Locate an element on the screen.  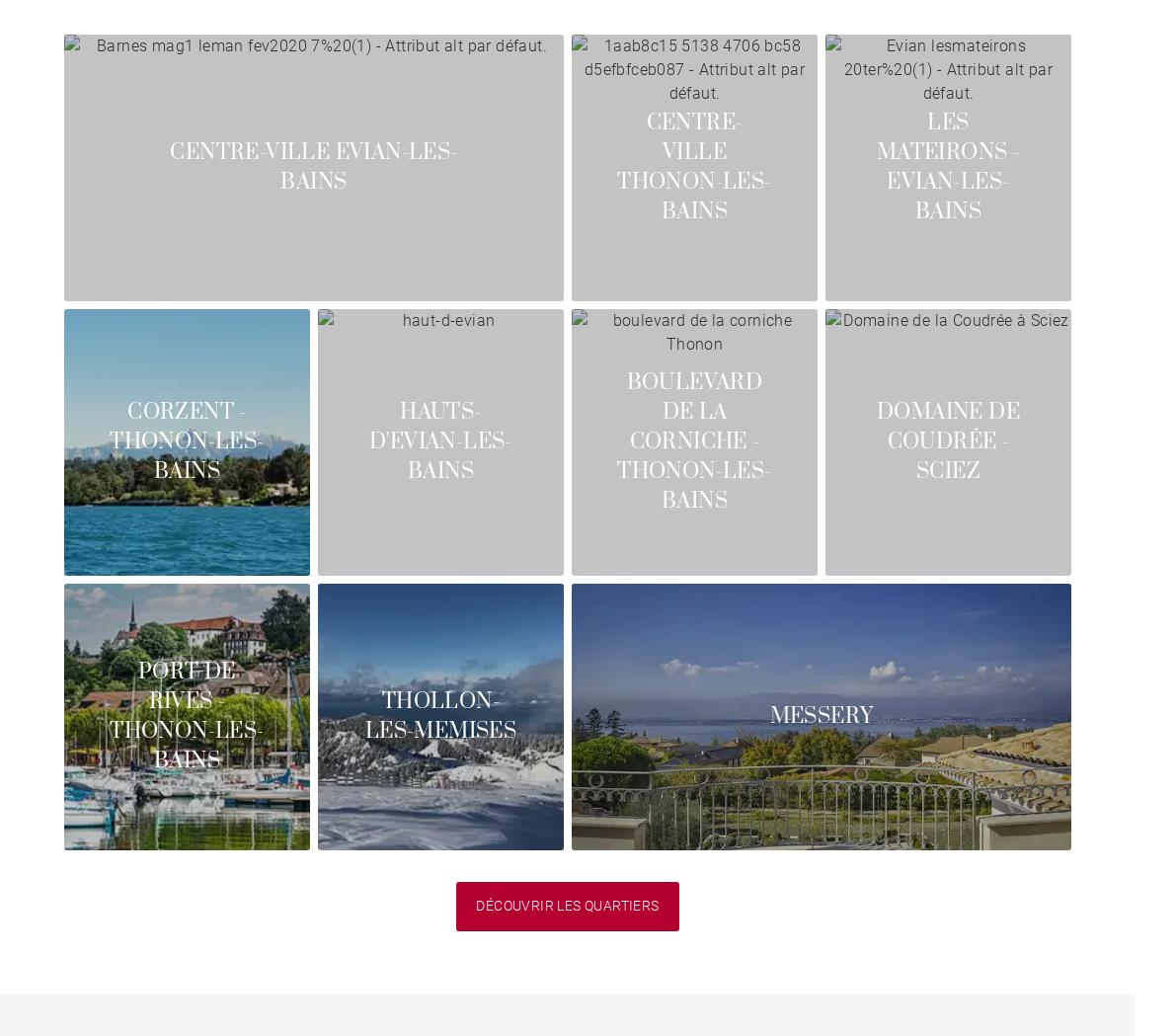
'Boulevard de la Corniche - Thonon-les-Bains' is located at coordinates (693, 441).